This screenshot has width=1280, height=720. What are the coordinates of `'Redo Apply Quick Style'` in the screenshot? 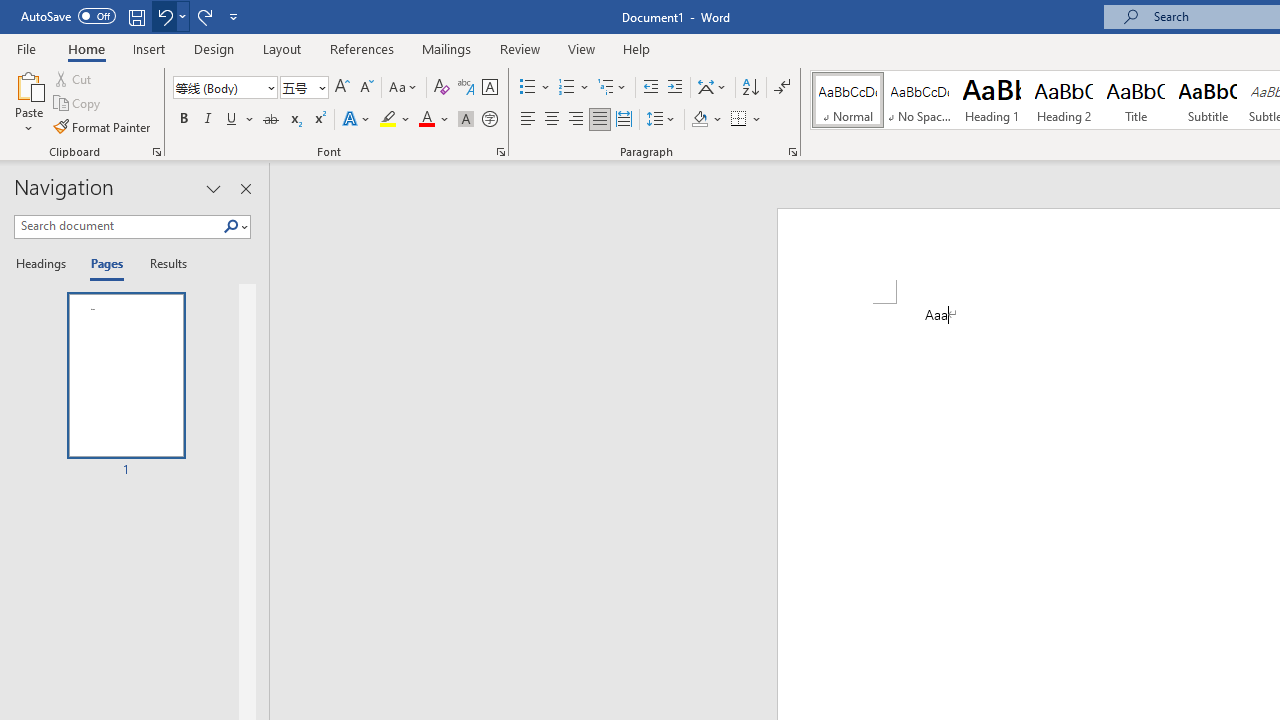 It's located at (204, 16).